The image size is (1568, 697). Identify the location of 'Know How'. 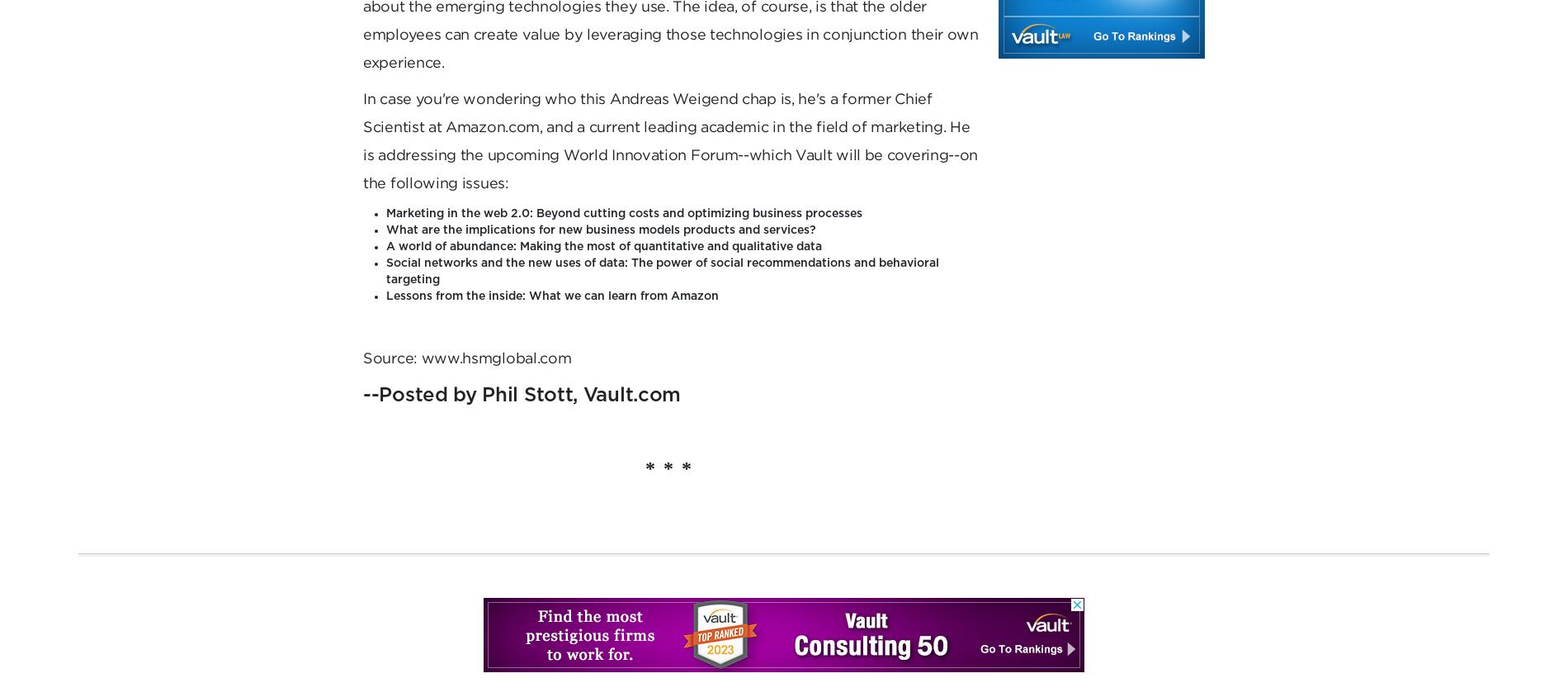
(787, 27).